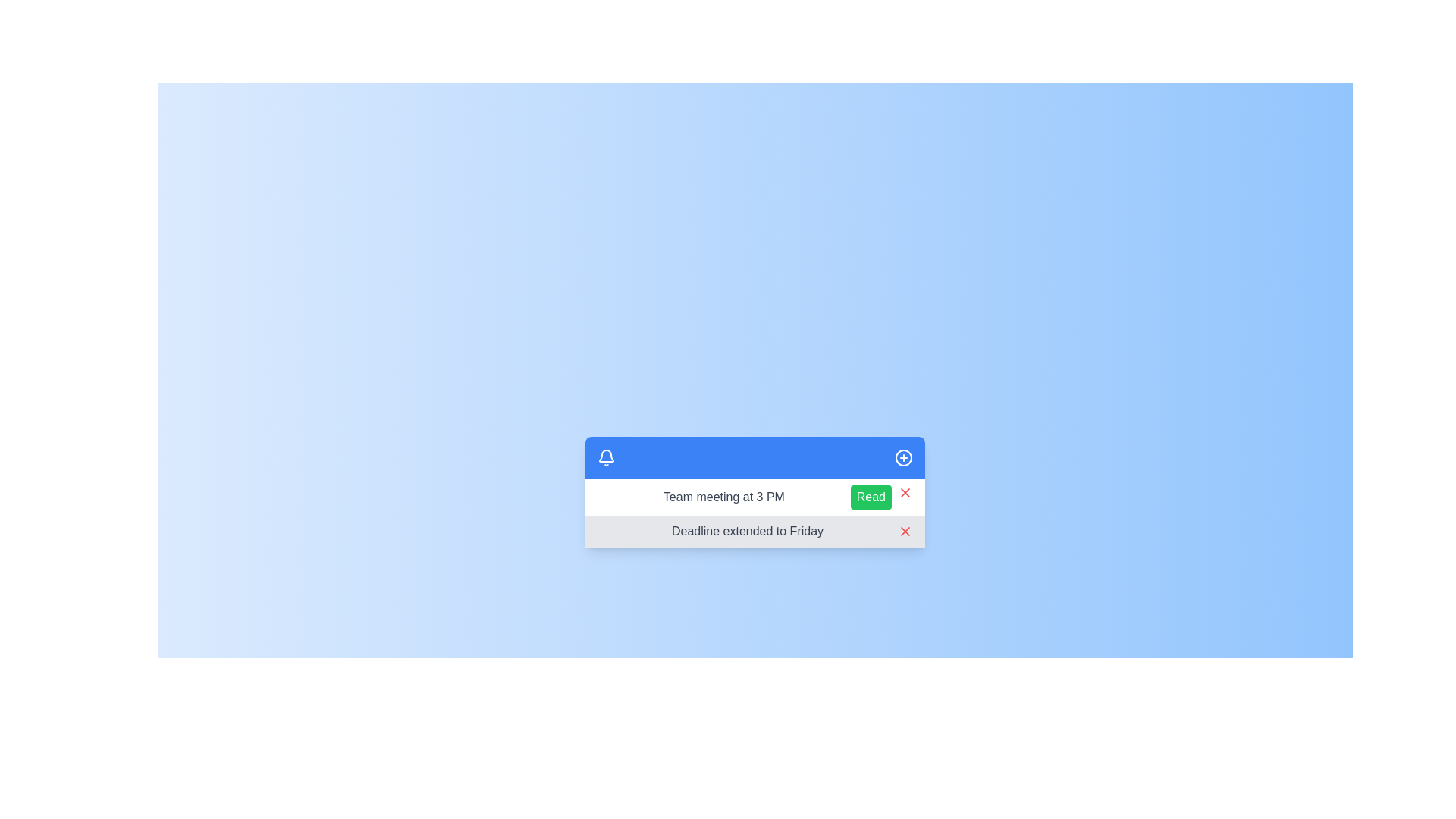 Image resolution: width=1456 pixels, height=819 pixels. What do you see at coordinates (903, 457) in the screenshot?
I see `the circular plus icon located on the far right side of the blue header section` at bounding box center [903, 457].